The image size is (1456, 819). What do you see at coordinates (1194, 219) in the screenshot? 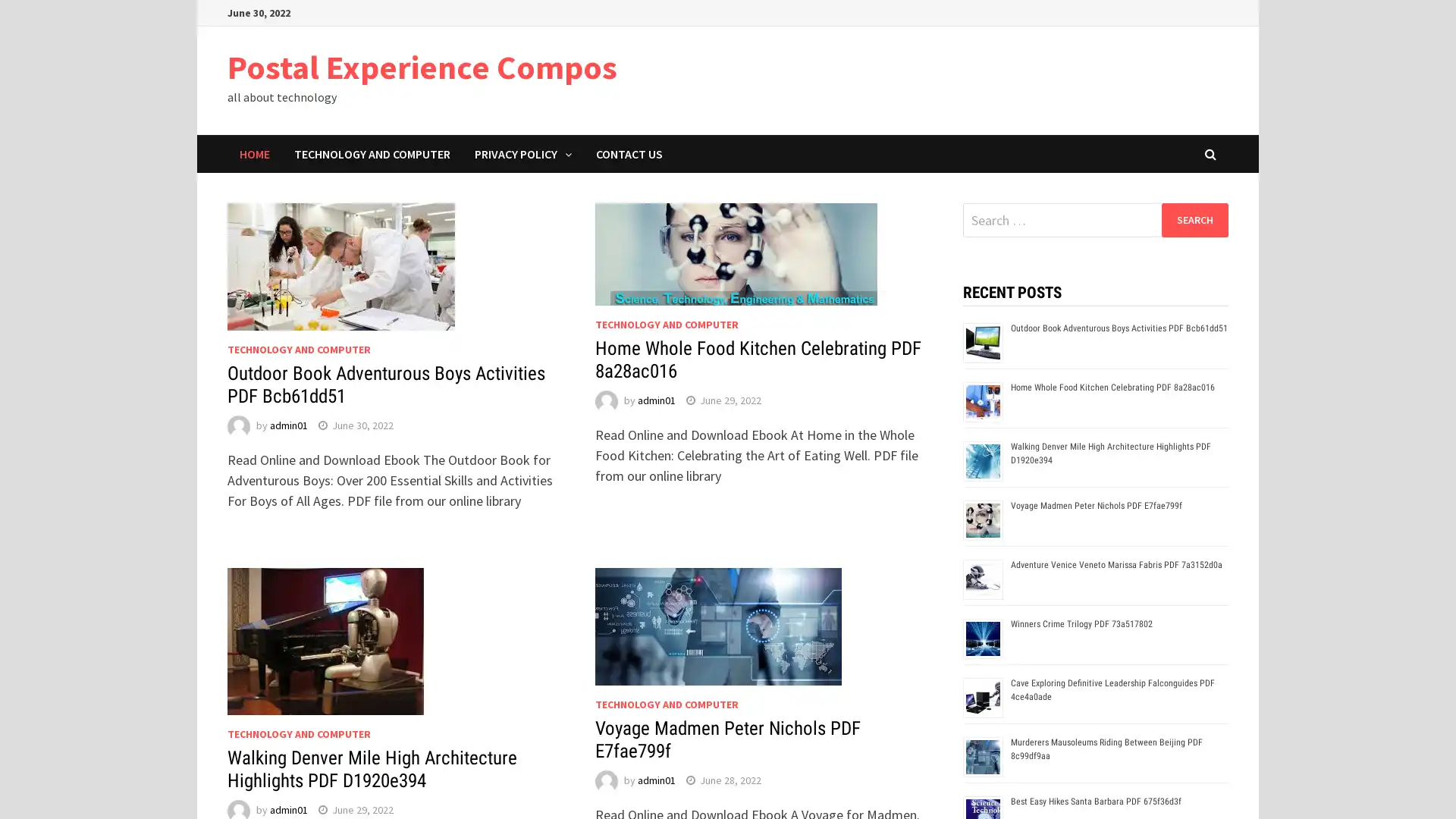
I see `Search` at bounding box center [1194, 219].